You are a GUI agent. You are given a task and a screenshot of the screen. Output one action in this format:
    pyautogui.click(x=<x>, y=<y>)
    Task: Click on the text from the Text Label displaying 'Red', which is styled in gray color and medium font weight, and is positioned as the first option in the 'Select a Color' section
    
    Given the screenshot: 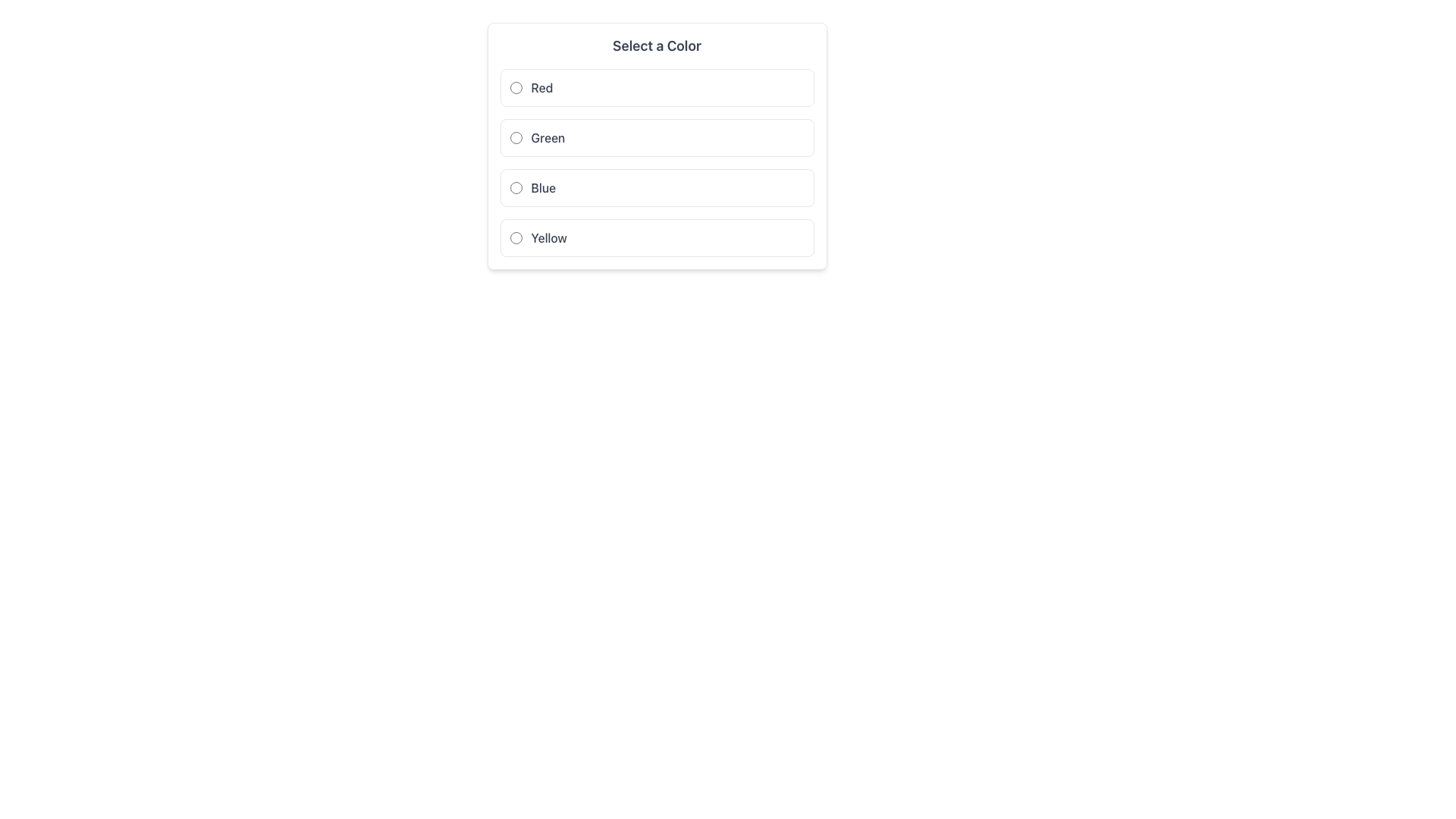 What is the action you would take?
    pyautogui.click(x=541, y=87)
    